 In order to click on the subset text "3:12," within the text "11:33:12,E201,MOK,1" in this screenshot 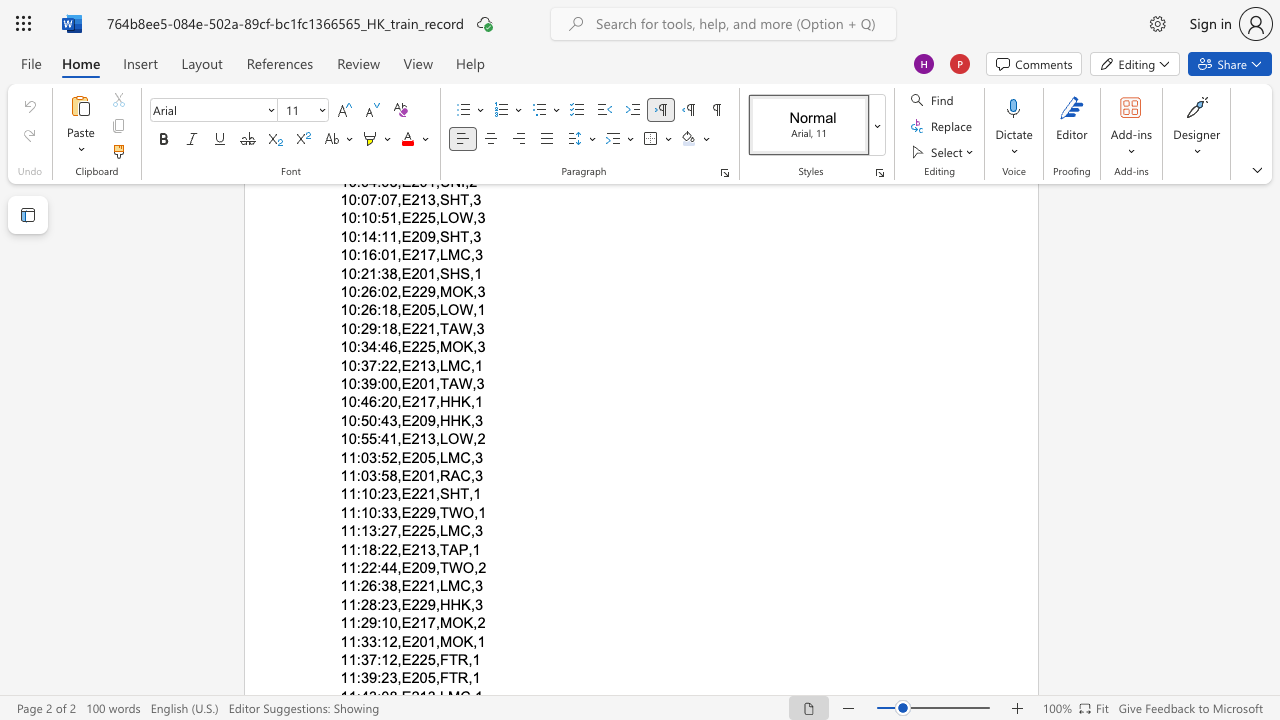, I will do `click(369, 641)`.